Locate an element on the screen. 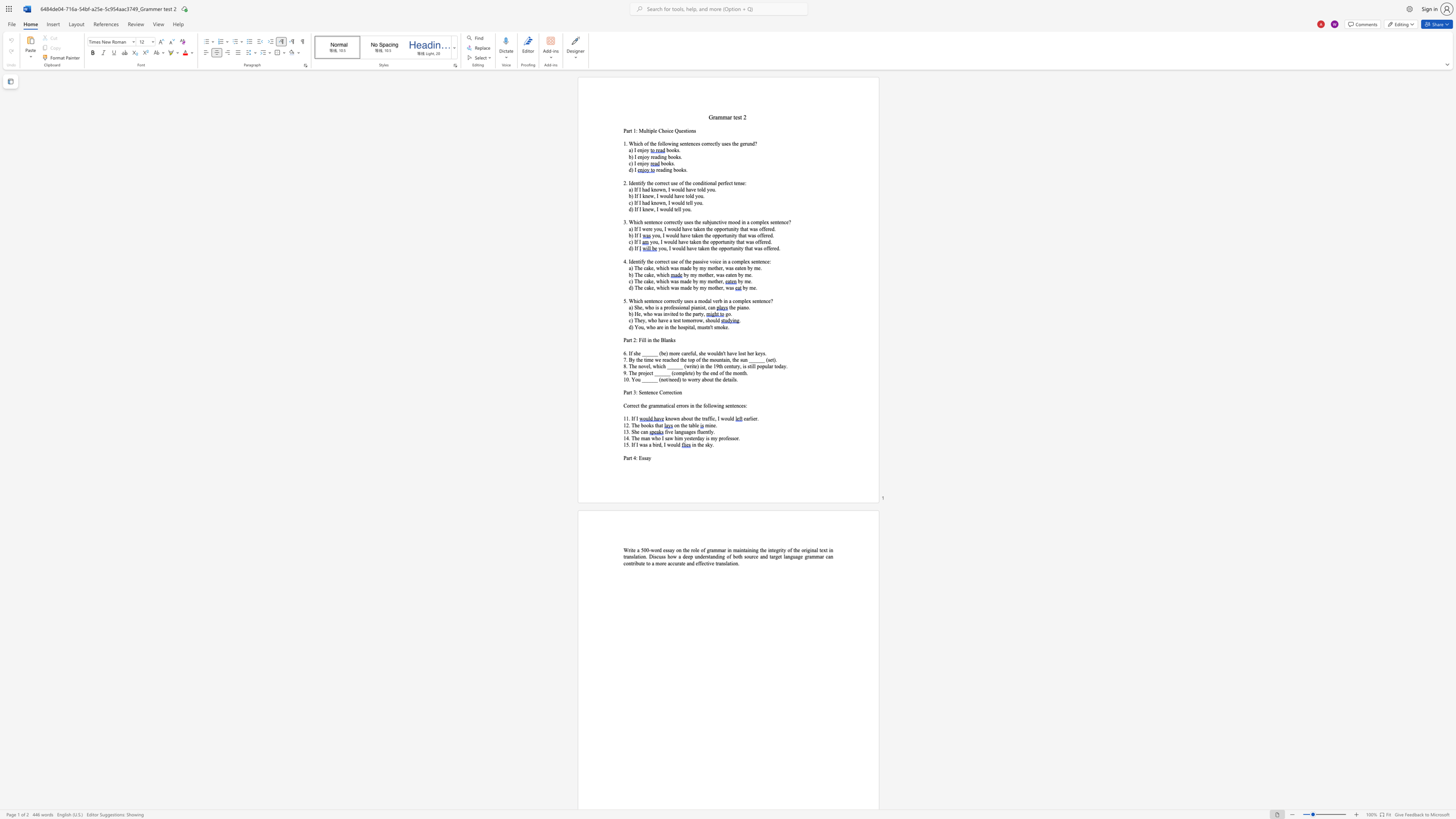 This screenshot has height=819, width=1456. the subset text "I en" within the text "c) I enjoy" is located at coordinates (634, 163).